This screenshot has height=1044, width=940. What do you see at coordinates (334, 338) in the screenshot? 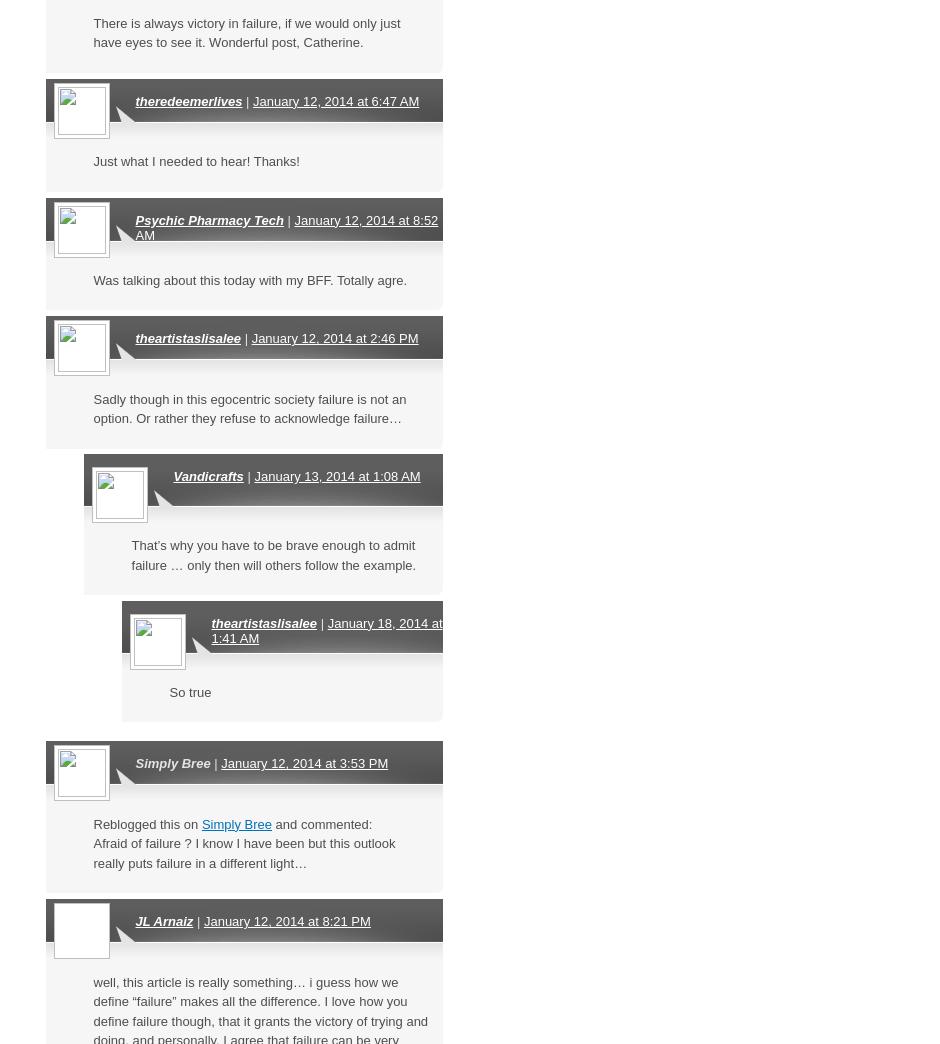
I see `'January 12, 2014 at 2:46 PM'` at bounding box center [334, 338].